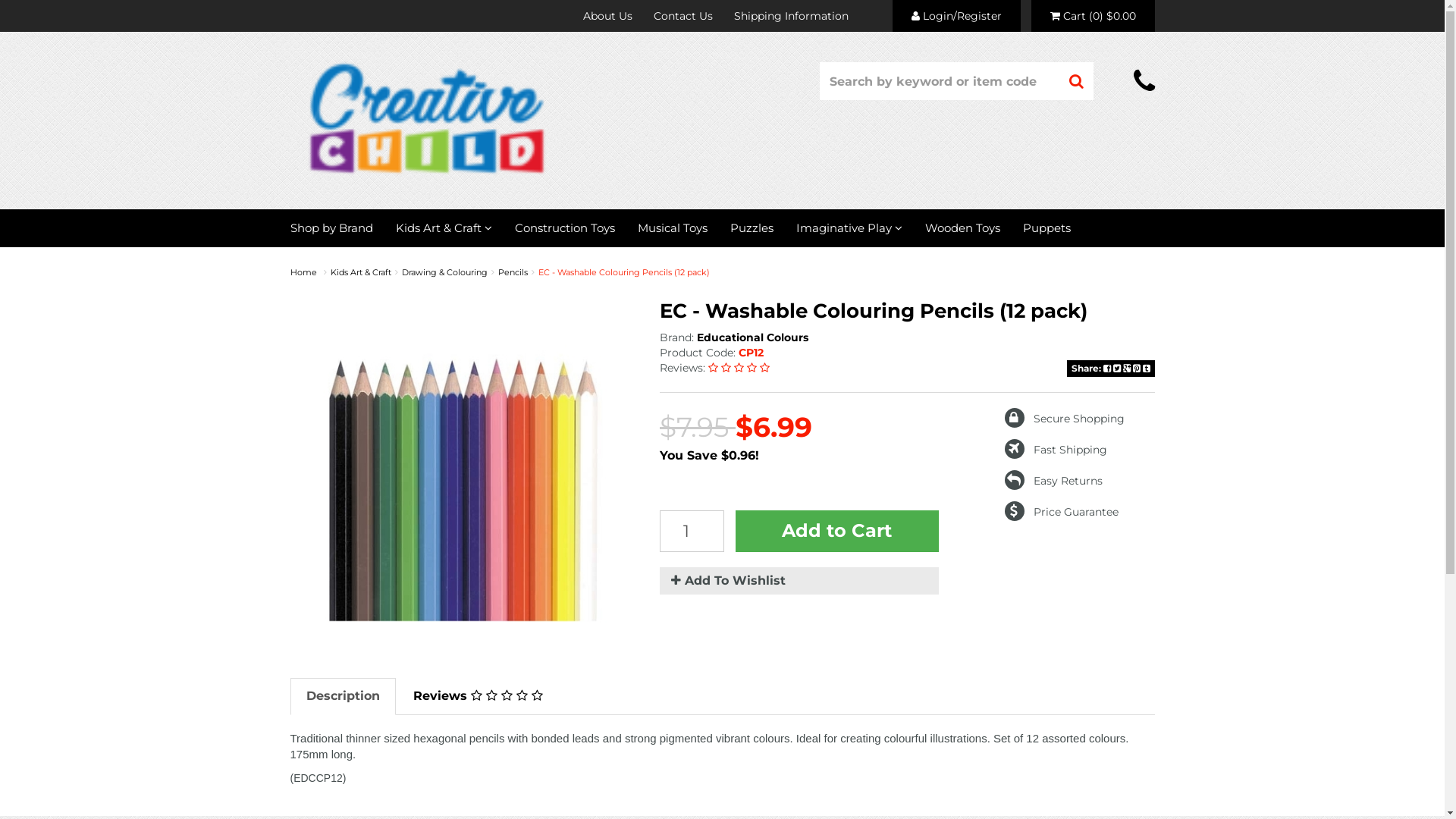  What do you see at coordinates (847, 227) in the screenshot?
I see `'Imaginative Play'` at bounding box center [847, 227].